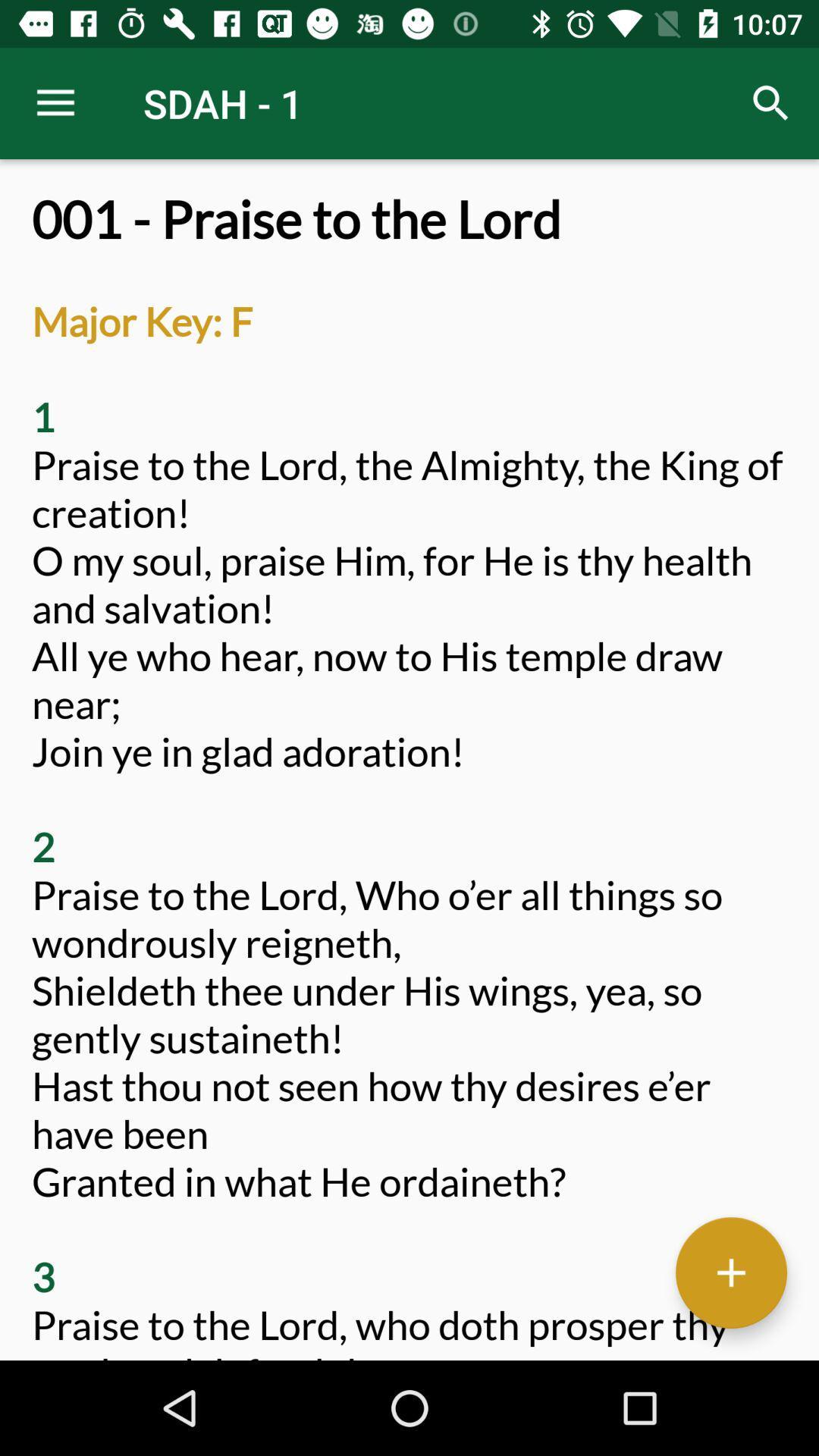 The height and width of the screenshot is (1456, 819). What do you see at coordinates (55, 102) in the screenshot?
I see `the item next to the sdah - 1 item` at bounding box center [55, 102].